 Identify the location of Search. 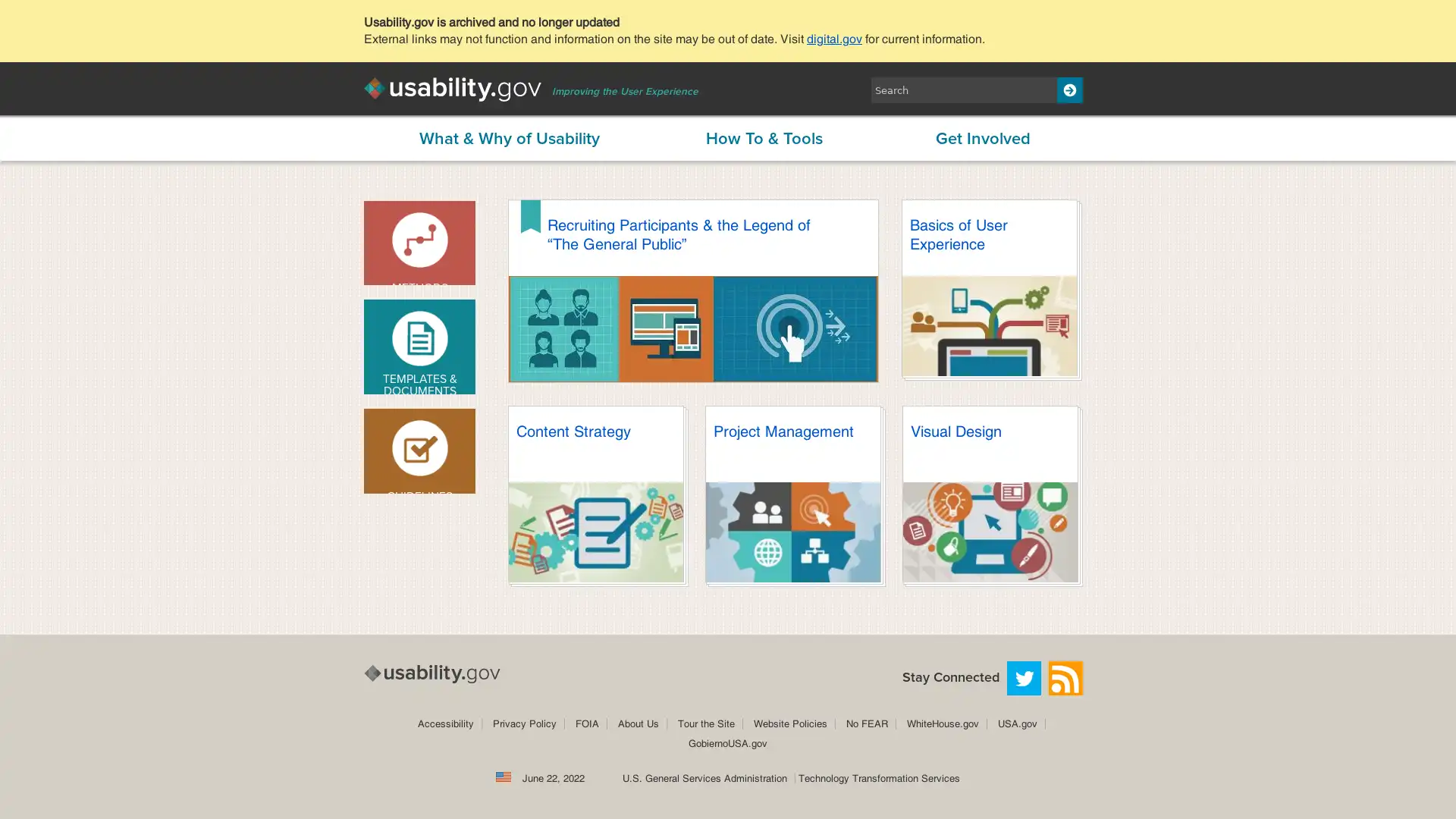
(1069, 90).